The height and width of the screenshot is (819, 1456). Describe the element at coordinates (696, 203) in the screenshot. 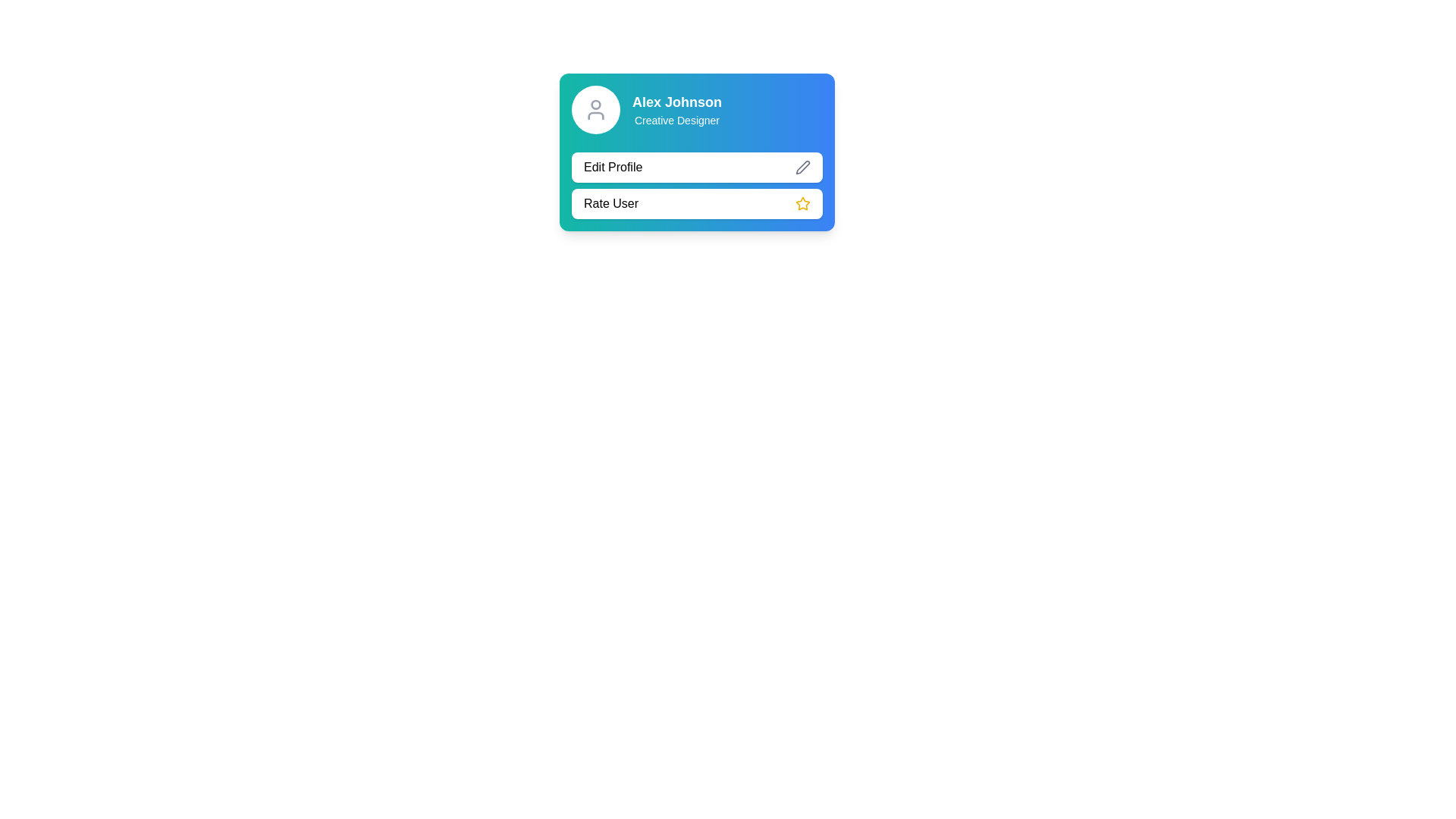

I see `the user rating button located at the bottom of the button list, directly below the 'Edit Profile' button, to initiate the user rating process` at that location.